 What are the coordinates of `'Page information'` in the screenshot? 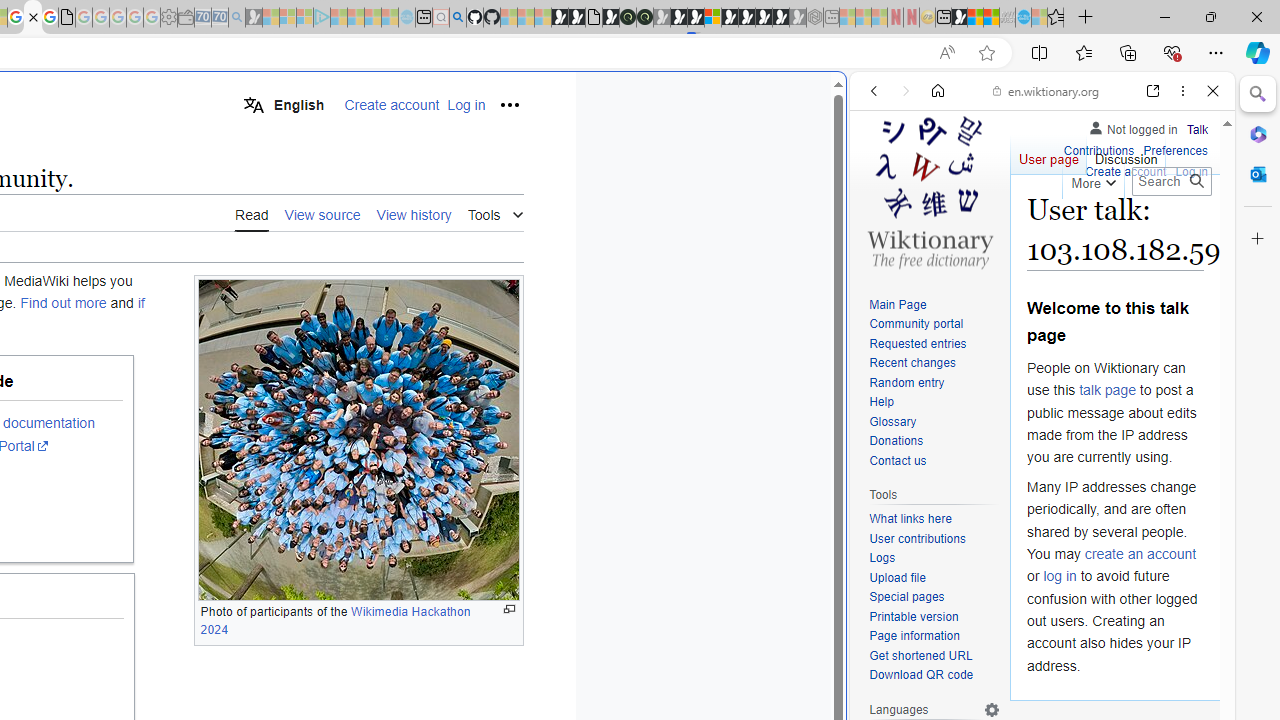 It's located at (913, 636).